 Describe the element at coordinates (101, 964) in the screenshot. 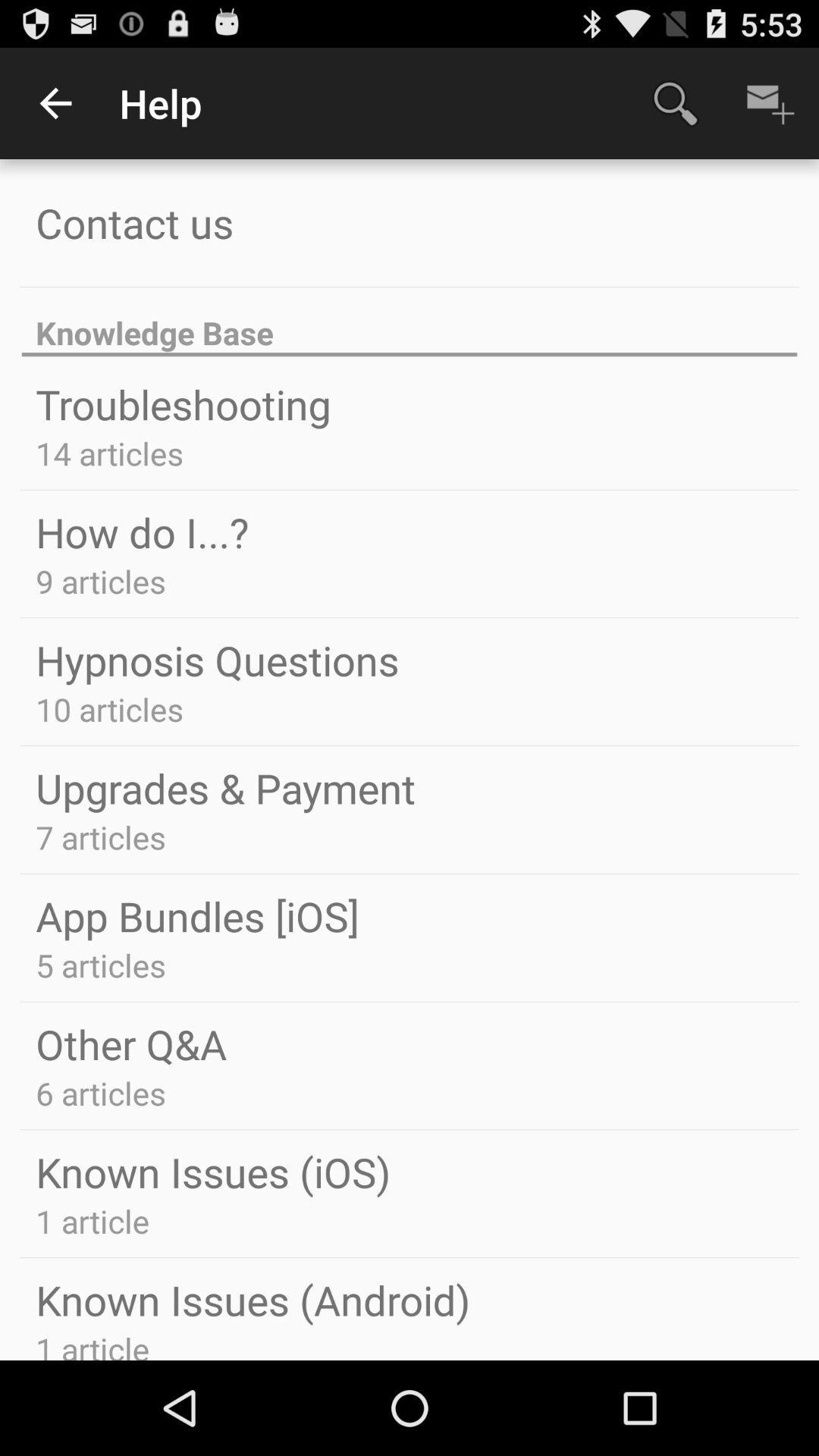

I see `5 articles item` at that location.